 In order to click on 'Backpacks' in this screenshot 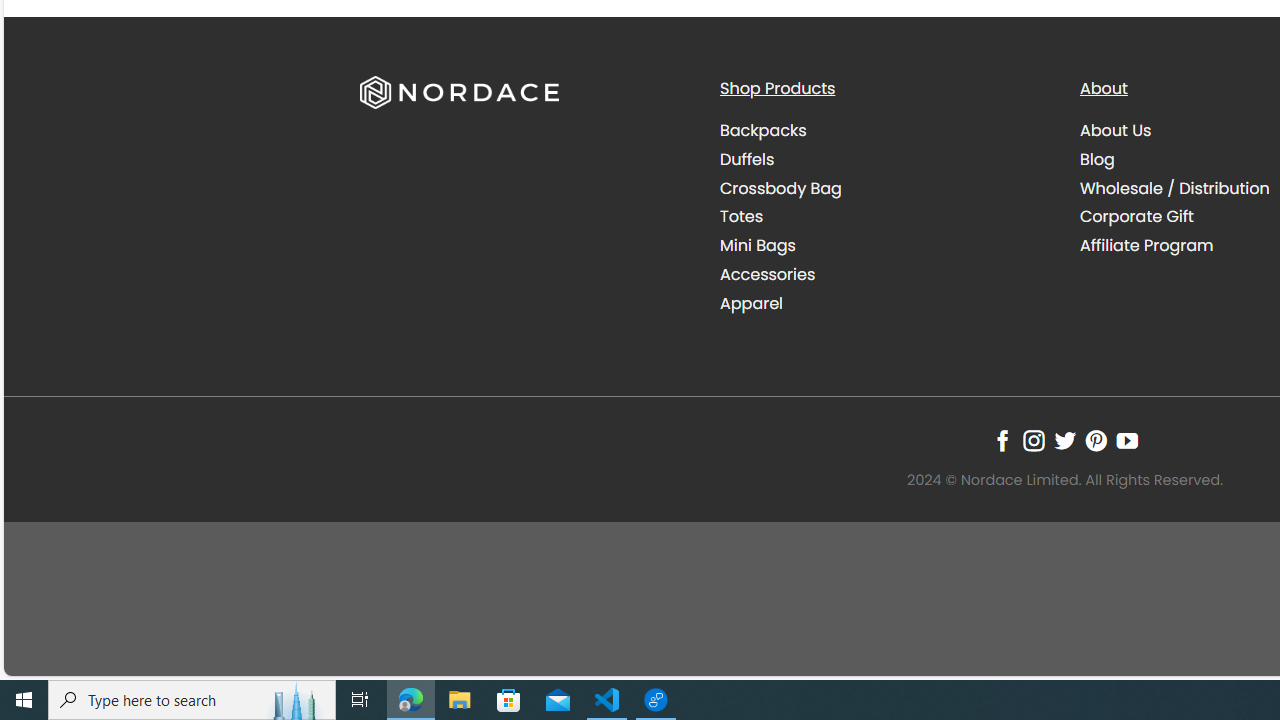, I will do `click(761, 131)`.